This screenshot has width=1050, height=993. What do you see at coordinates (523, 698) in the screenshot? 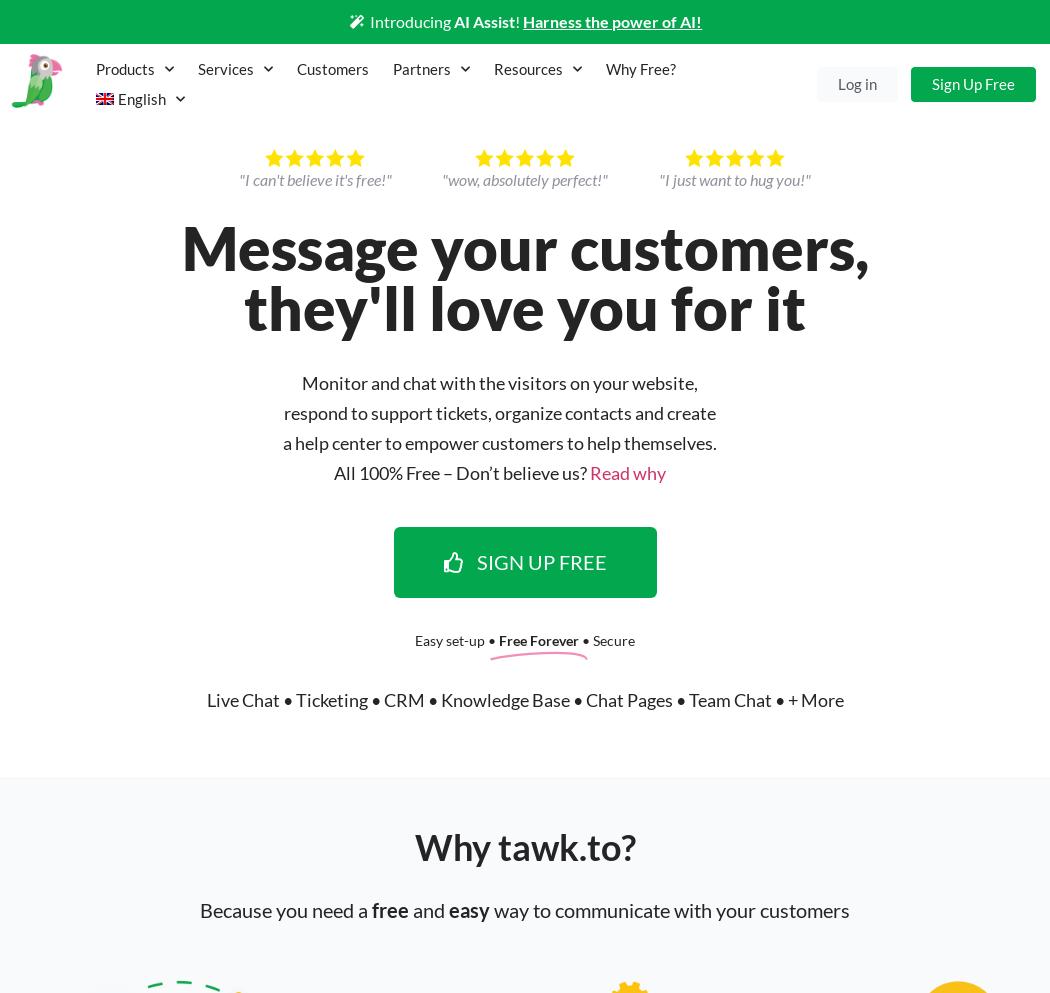
I see `'Live Chat • Ticketing • CRM • Knowledge Base • Chat Pages • Team Chat • + More'` at bounding box center [523, 698].